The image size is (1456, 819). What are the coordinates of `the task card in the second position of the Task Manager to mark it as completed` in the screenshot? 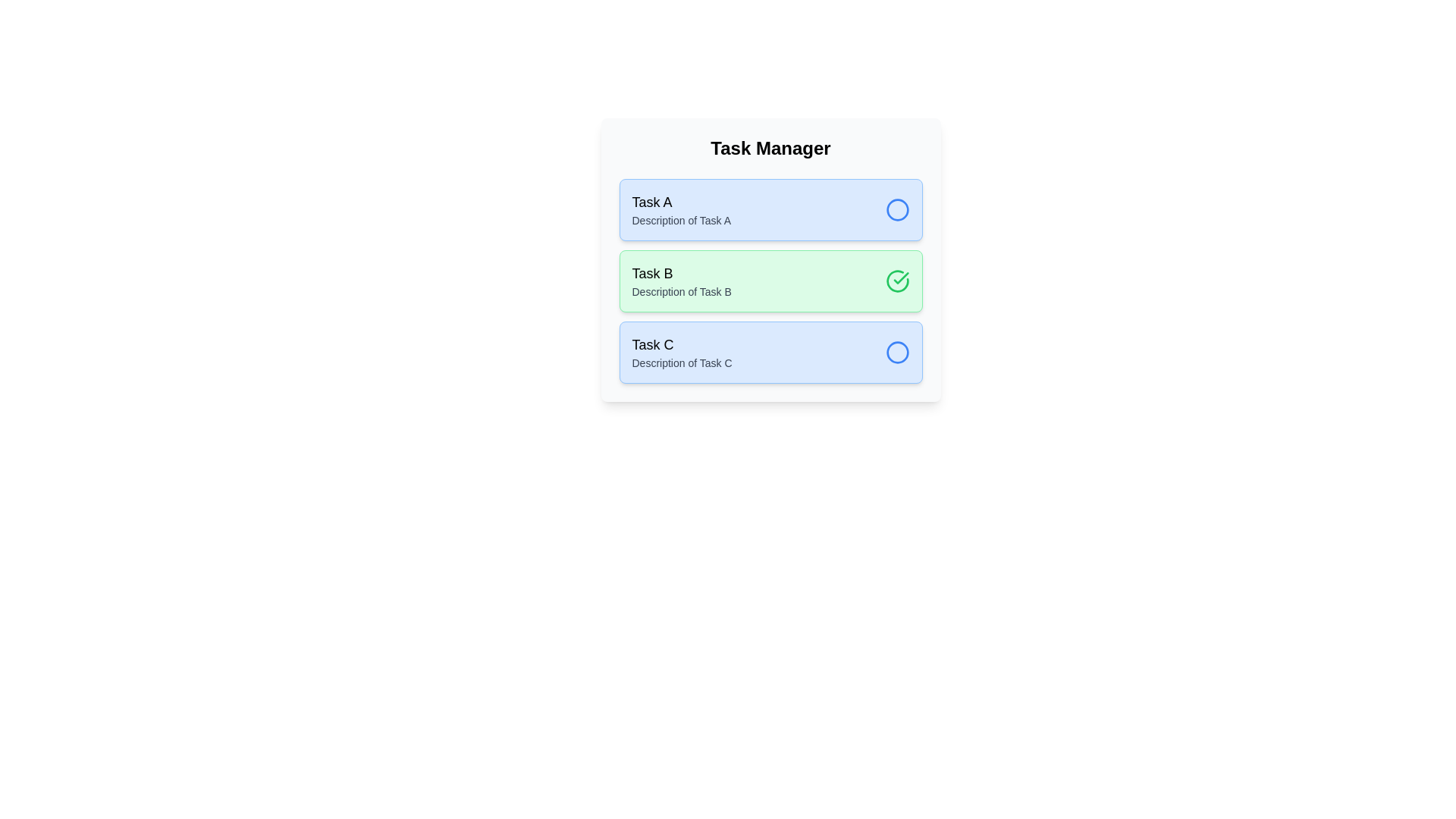 It's located at (770, 281).